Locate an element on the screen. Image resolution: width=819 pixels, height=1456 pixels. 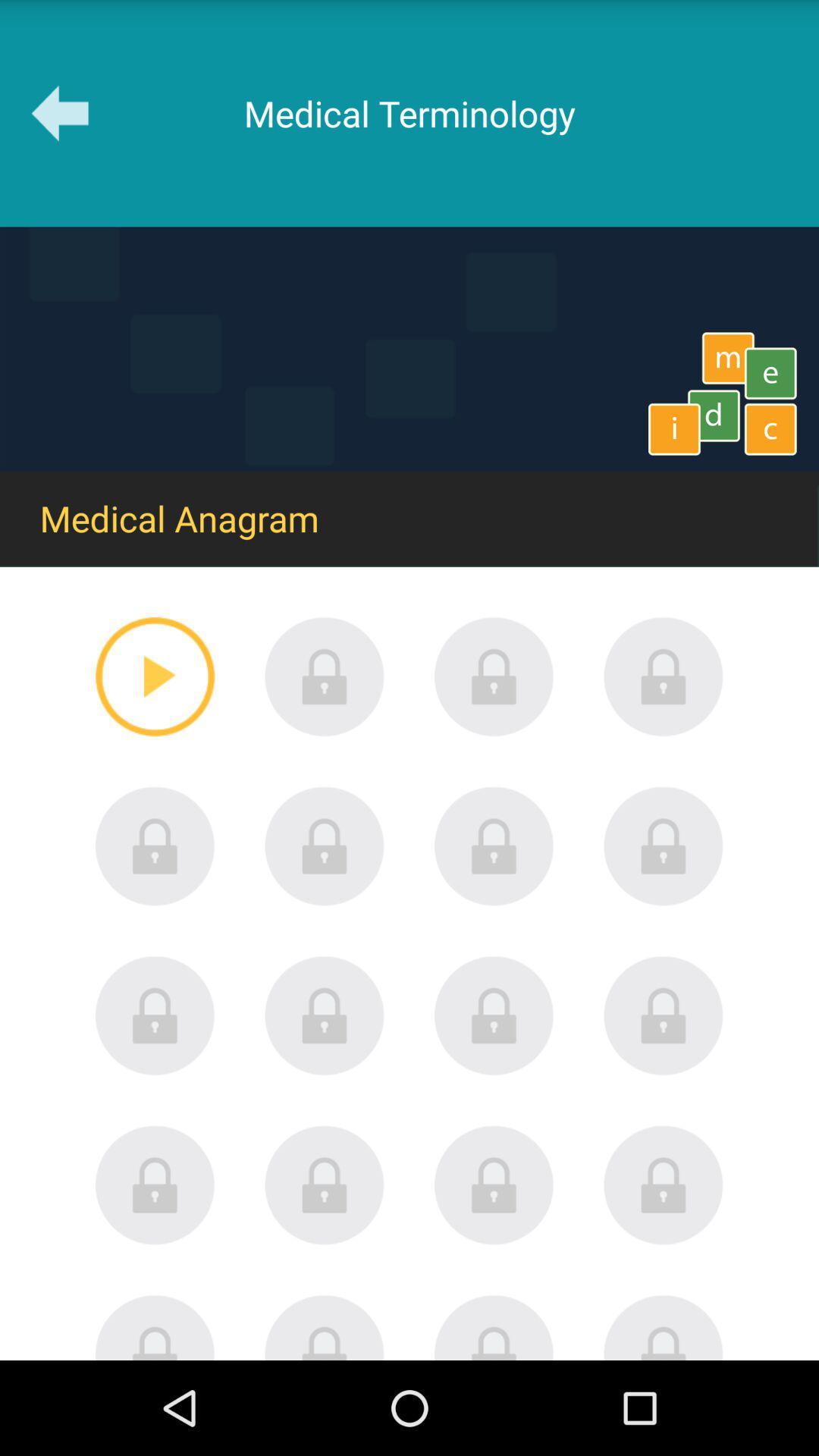
the lock icon is located at coordinates (324, 1086).